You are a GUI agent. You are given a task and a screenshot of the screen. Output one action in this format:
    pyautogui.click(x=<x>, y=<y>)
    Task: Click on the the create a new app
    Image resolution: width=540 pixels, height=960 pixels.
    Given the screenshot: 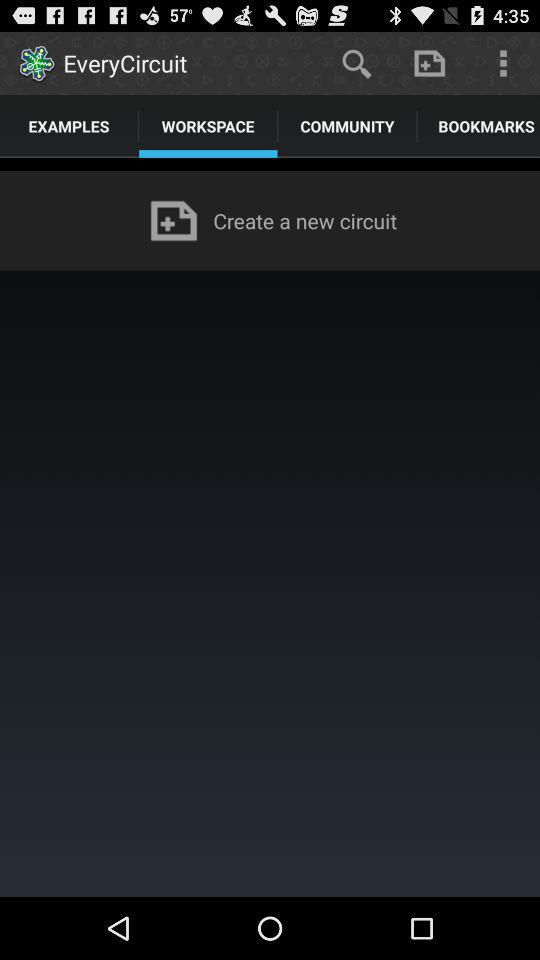 What is the action you would take?
    pyautogui.click(x=309, y=220)
    